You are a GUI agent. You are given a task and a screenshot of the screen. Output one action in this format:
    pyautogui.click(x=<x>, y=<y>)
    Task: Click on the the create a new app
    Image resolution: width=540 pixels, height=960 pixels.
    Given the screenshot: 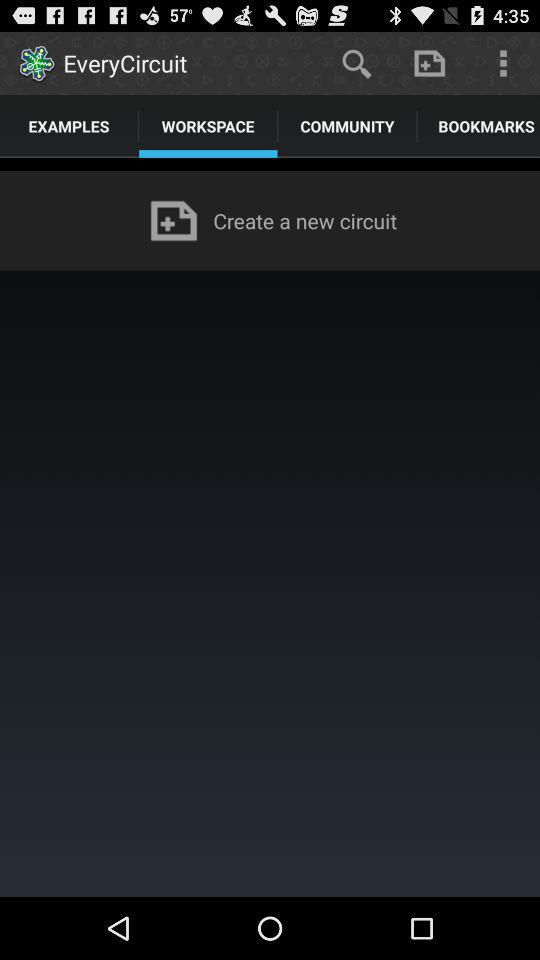 What is the action you would take?
    pyautogui.click(x=309, y=220)
    